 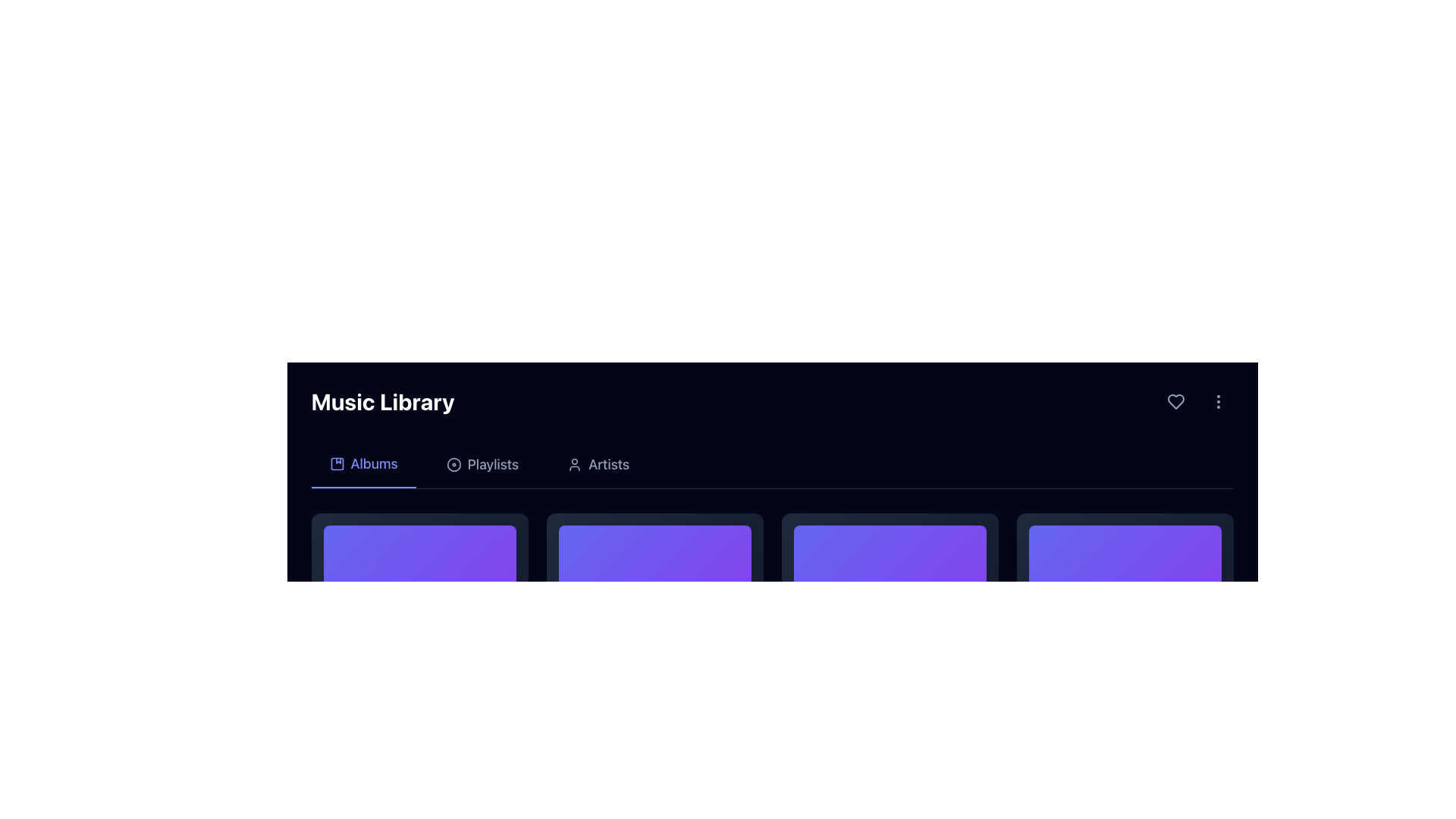 I want to click on the graphical rectangular element located under the 'Albums' section in the top left corner of the interface, so click(x=336, y=463).